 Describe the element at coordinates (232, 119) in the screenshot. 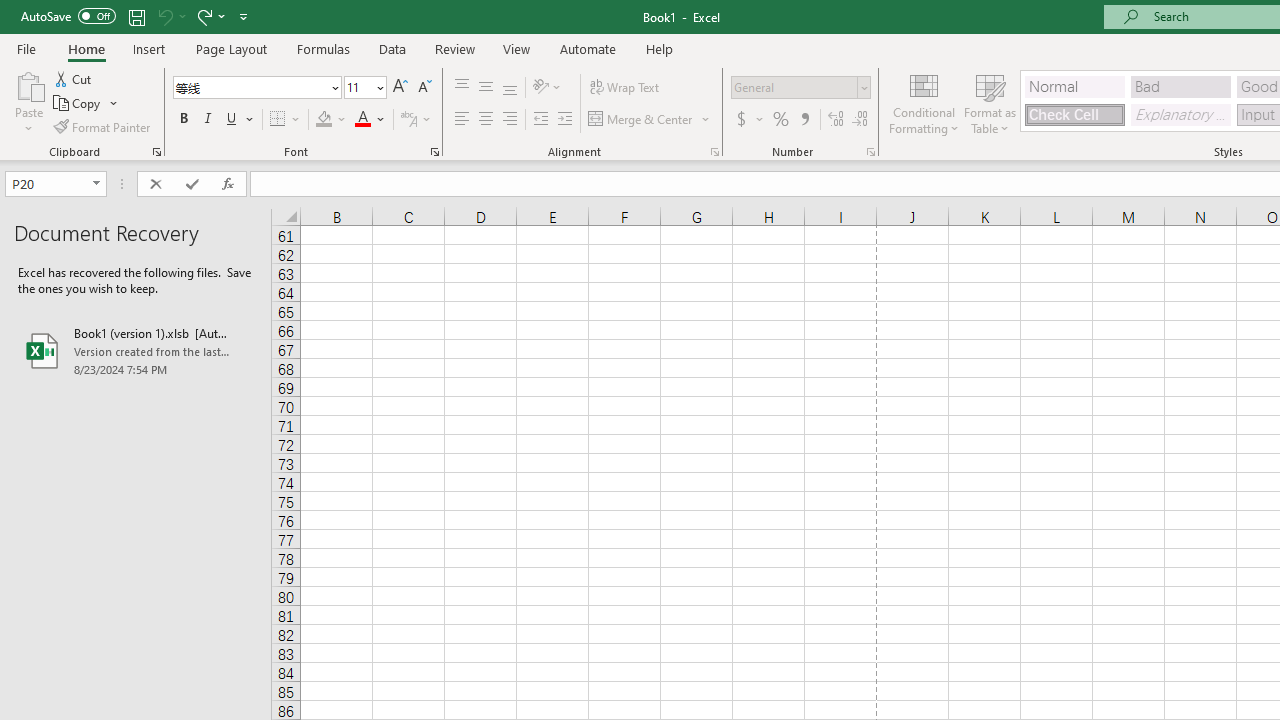

I see `'Underline'` at that location.